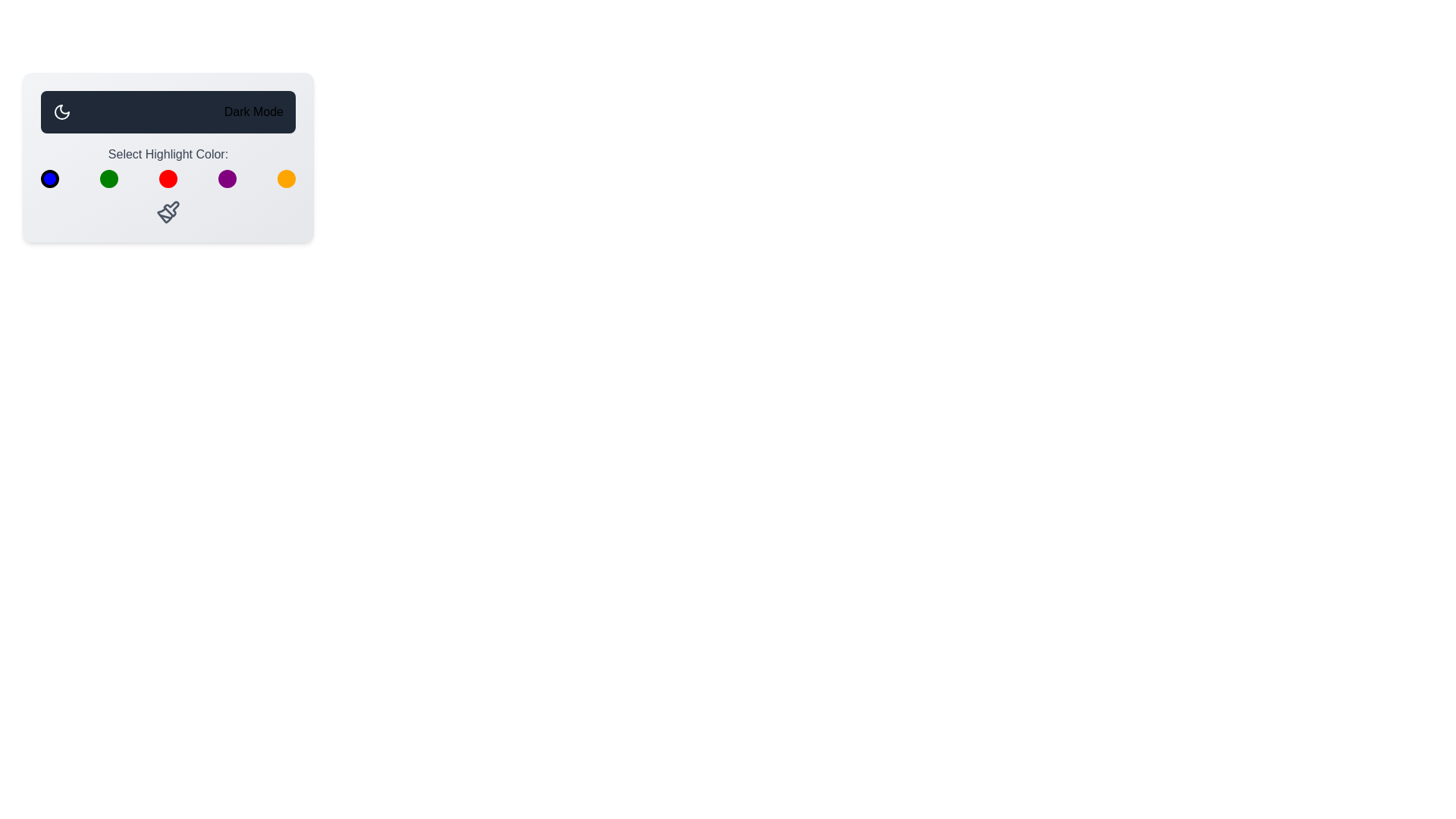 This screenshot has width=1456, height=819. What do you see at coordinates (61, 111) in the screenshot?
I see `the circular moon icon, which is a visual indicator for 'Dark Mode', located on the left side of the text element labeled 'Dark Mode'` at bounding box center [61, 111].